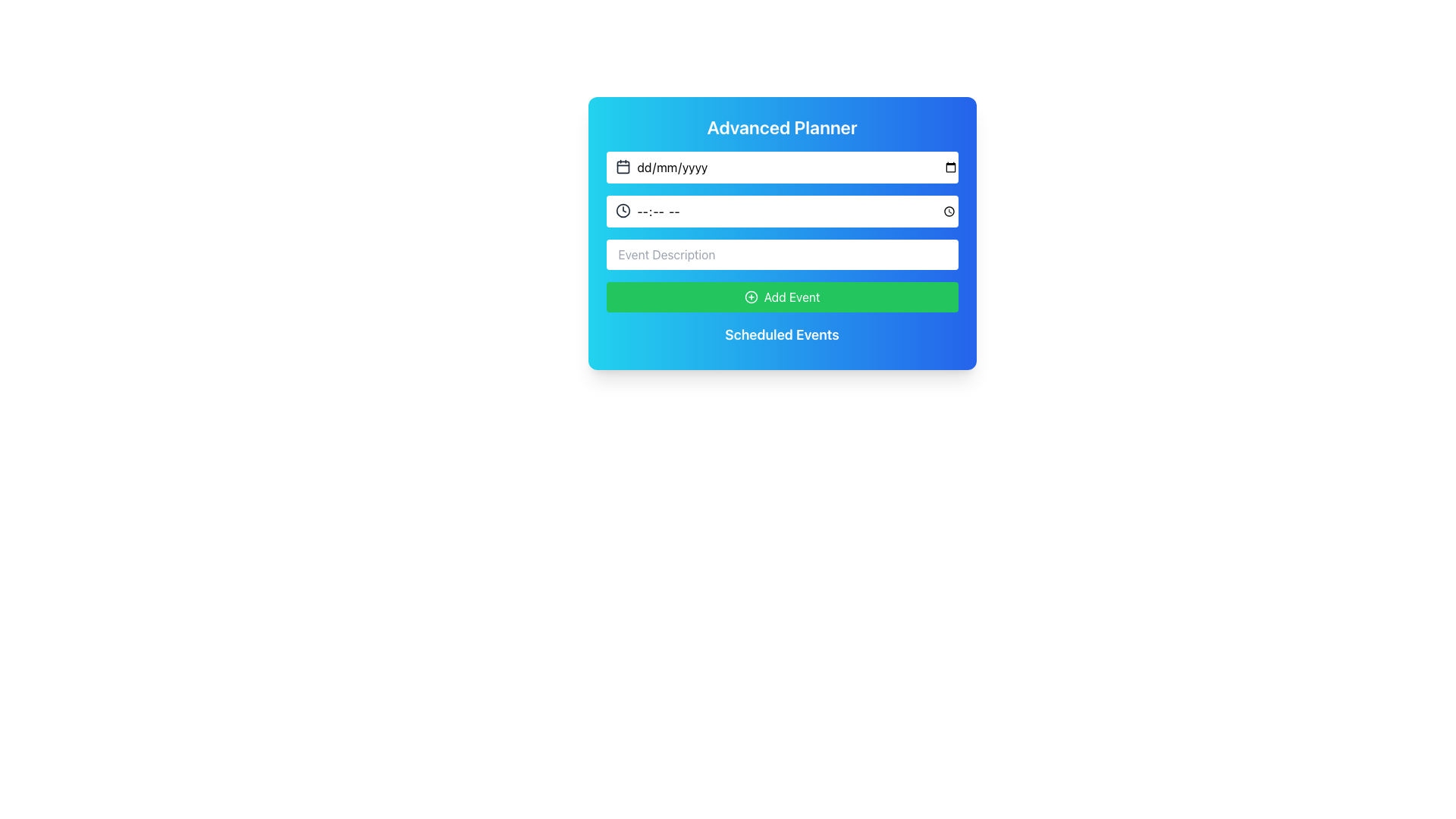 The height and width of the screenshot is (819, 1456). Describe the element at coordinates (782, 334) in the screenshot. I see `the 'Scheduled Events' header text element, which is styled in bold and white against a blue gradient background, located below the 'Add Event' button` at that location.